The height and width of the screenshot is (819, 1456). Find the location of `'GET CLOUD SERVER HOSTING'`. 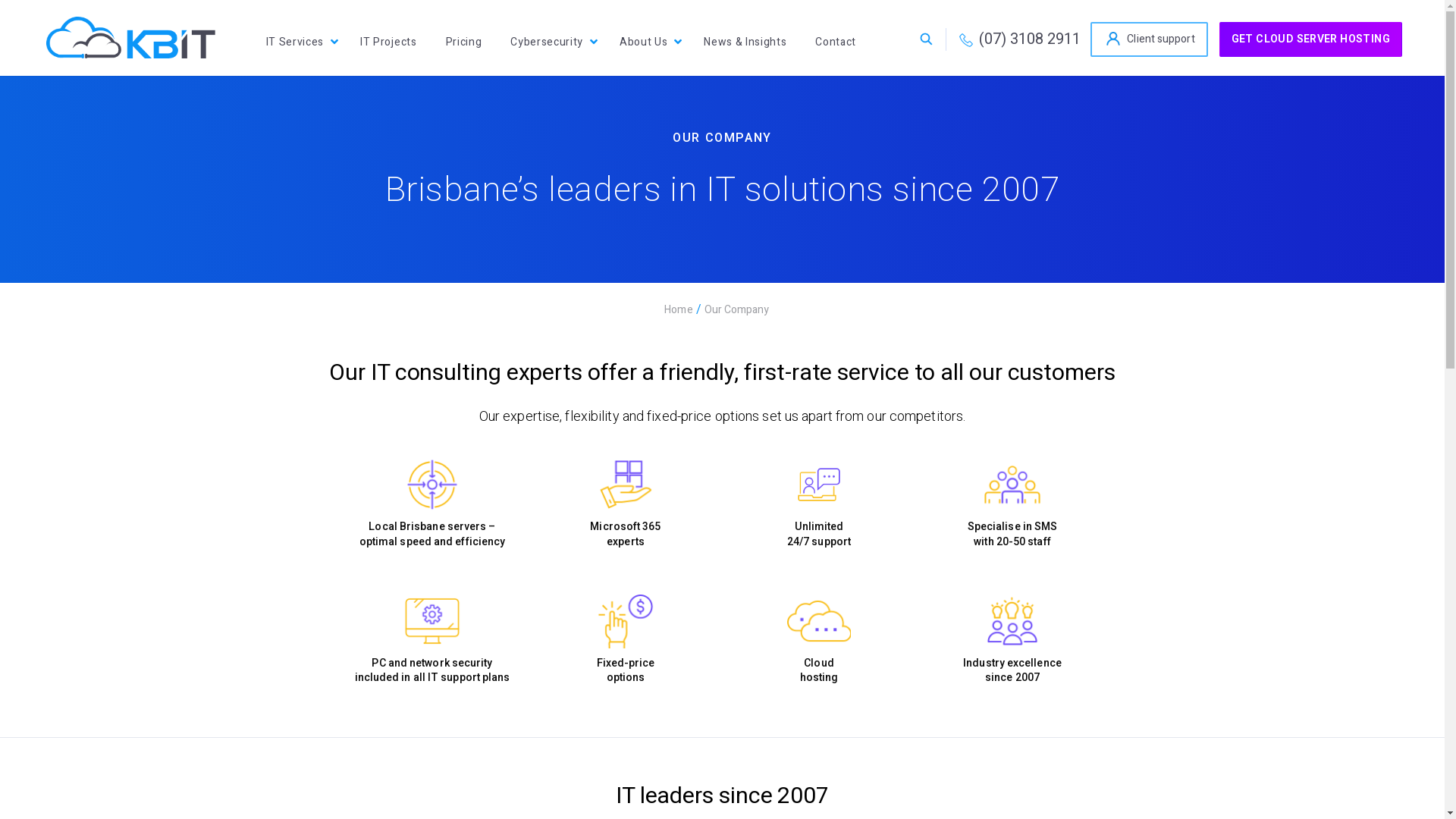

'GET CLOUD SERVER HOSTING' is located at coordinates (1310, 38).